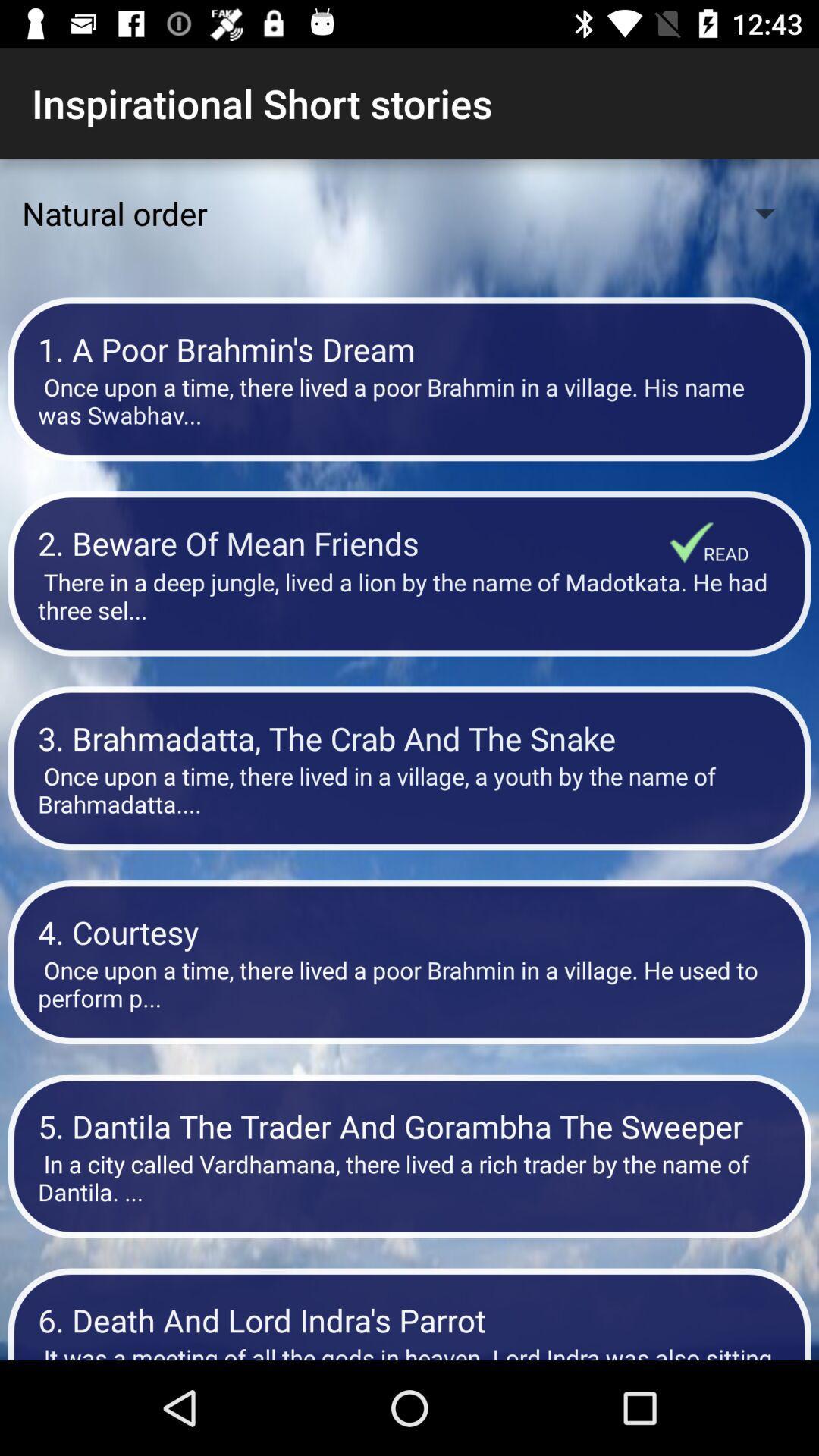 This screenshot has height=1456, width=819. Describe the element at coordinates (725, 553) in the screenshot. I see `the icon to the right of the 2 beware of item` at that location.